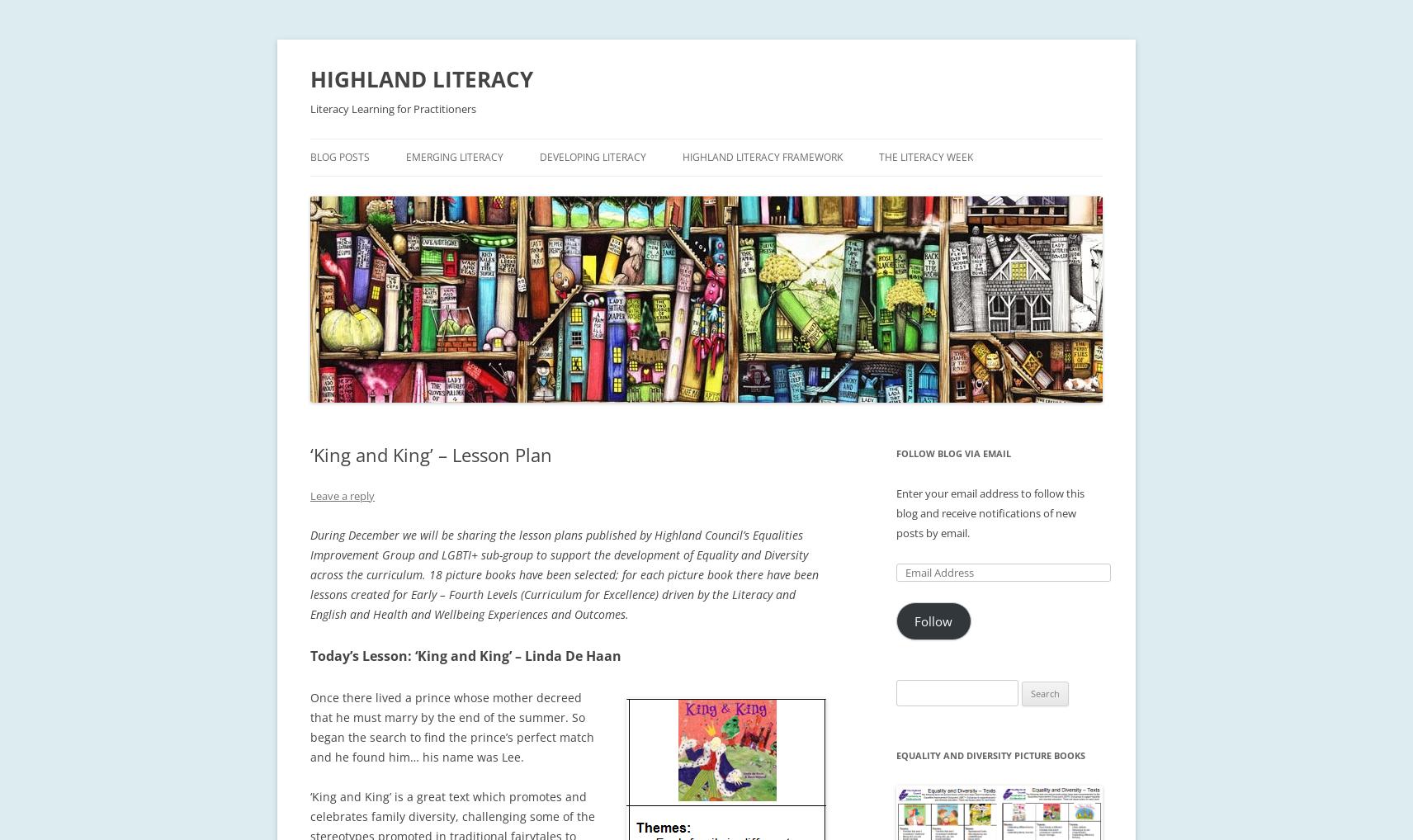  What do you see at coordinates (761, 157) in the screenshot?
I see `'Highland Literacy Framework'` at bounding box center [761, 157].